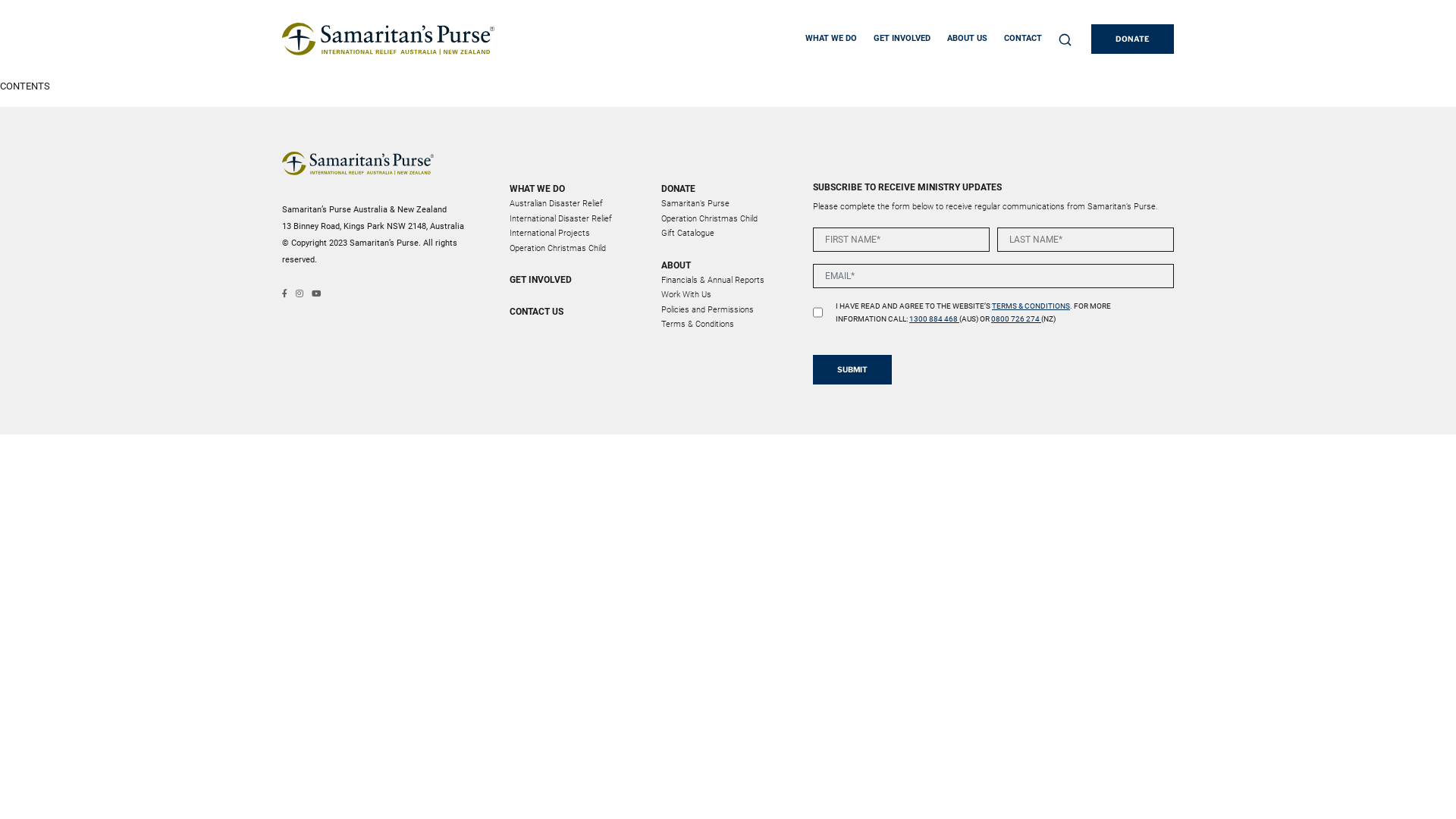 The height and width of the screenshot is (819, 1456). I want to click on 'WHAT WE DO', so click(830, 38).